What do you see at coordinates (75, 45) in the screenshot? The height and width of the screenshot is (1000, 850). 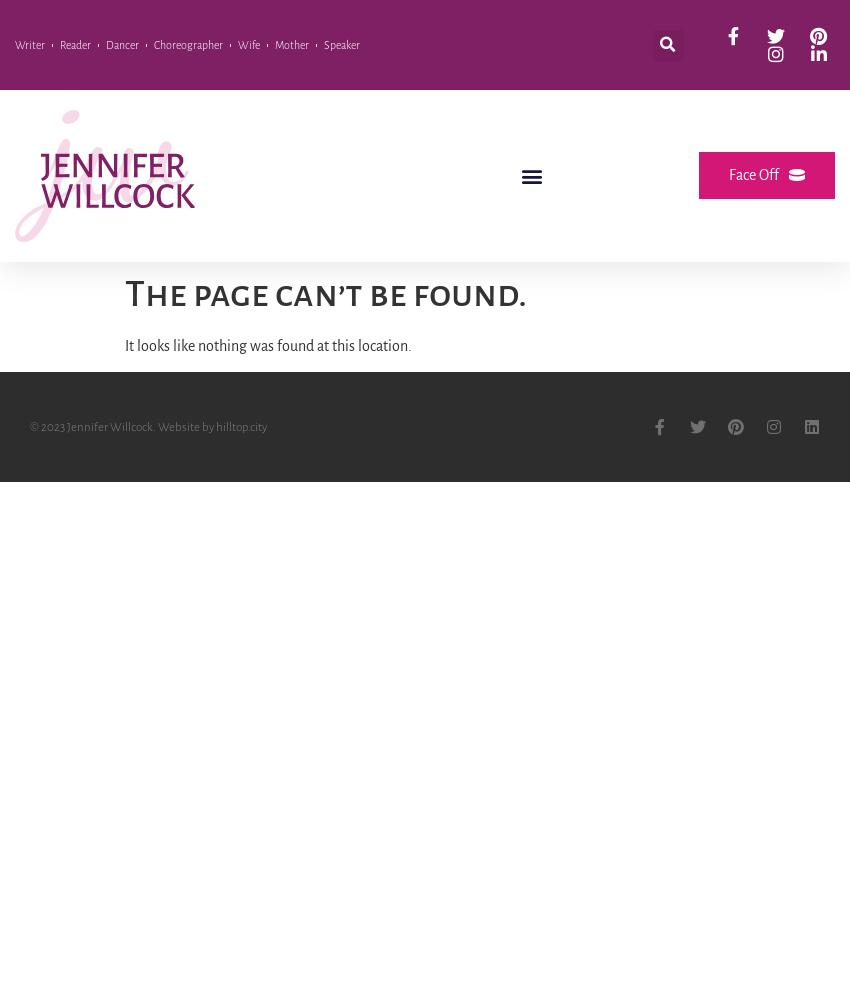 I see `'Reader'` at bounding box center [75, 45].